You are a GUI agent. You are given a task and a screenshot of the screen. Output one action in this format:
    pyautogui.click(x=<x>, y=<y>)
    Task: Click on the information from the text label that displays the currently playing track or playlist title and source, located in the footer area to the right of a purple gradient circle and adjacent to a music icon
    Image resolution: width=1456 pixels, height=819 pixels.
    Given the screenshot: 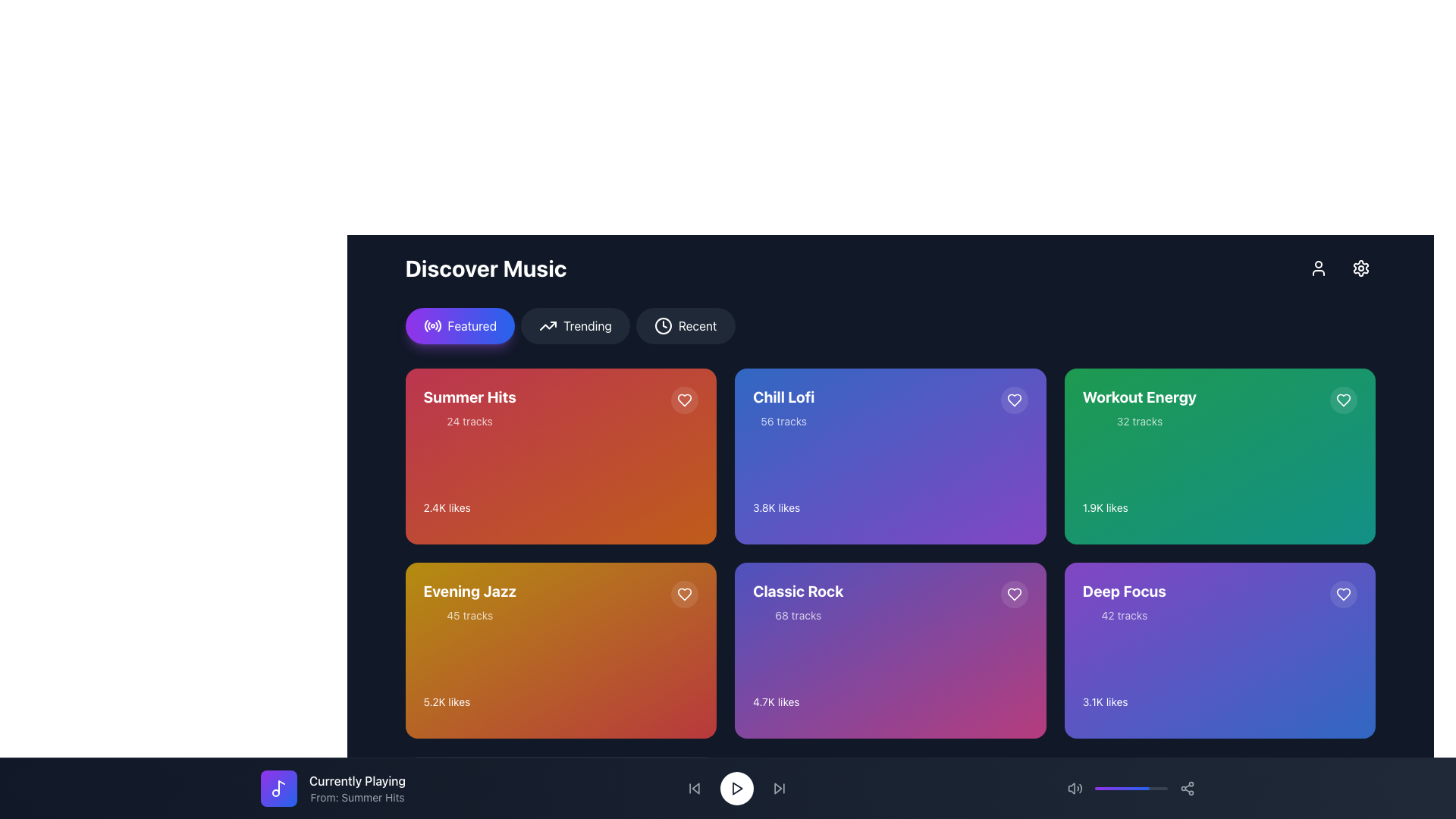 What is the action you would take?
    pyautogui.click(x=356, y=788)
    